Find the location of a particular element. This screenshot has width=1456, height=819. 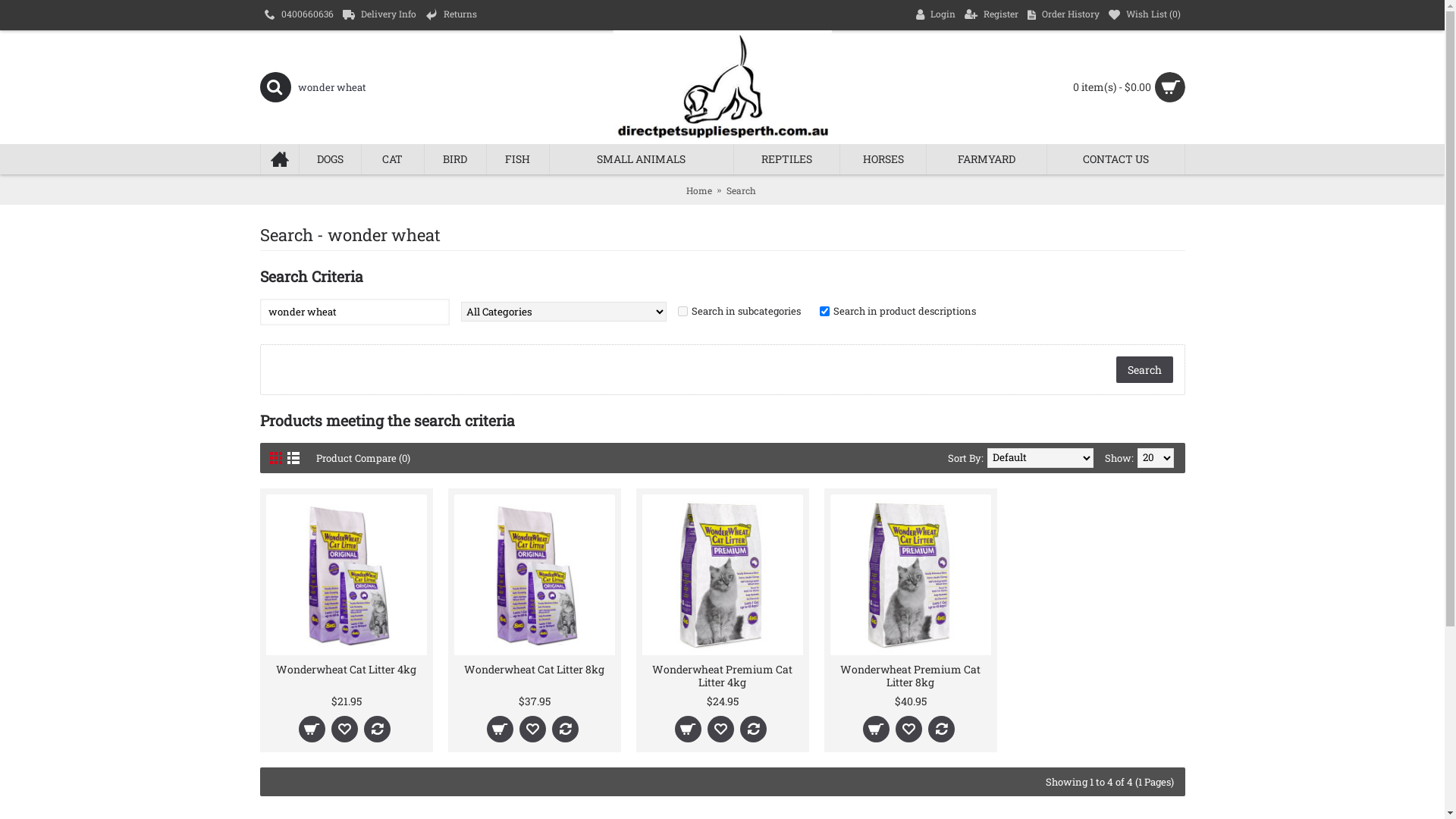

'0400660636' is located at coordinates (298, 14).